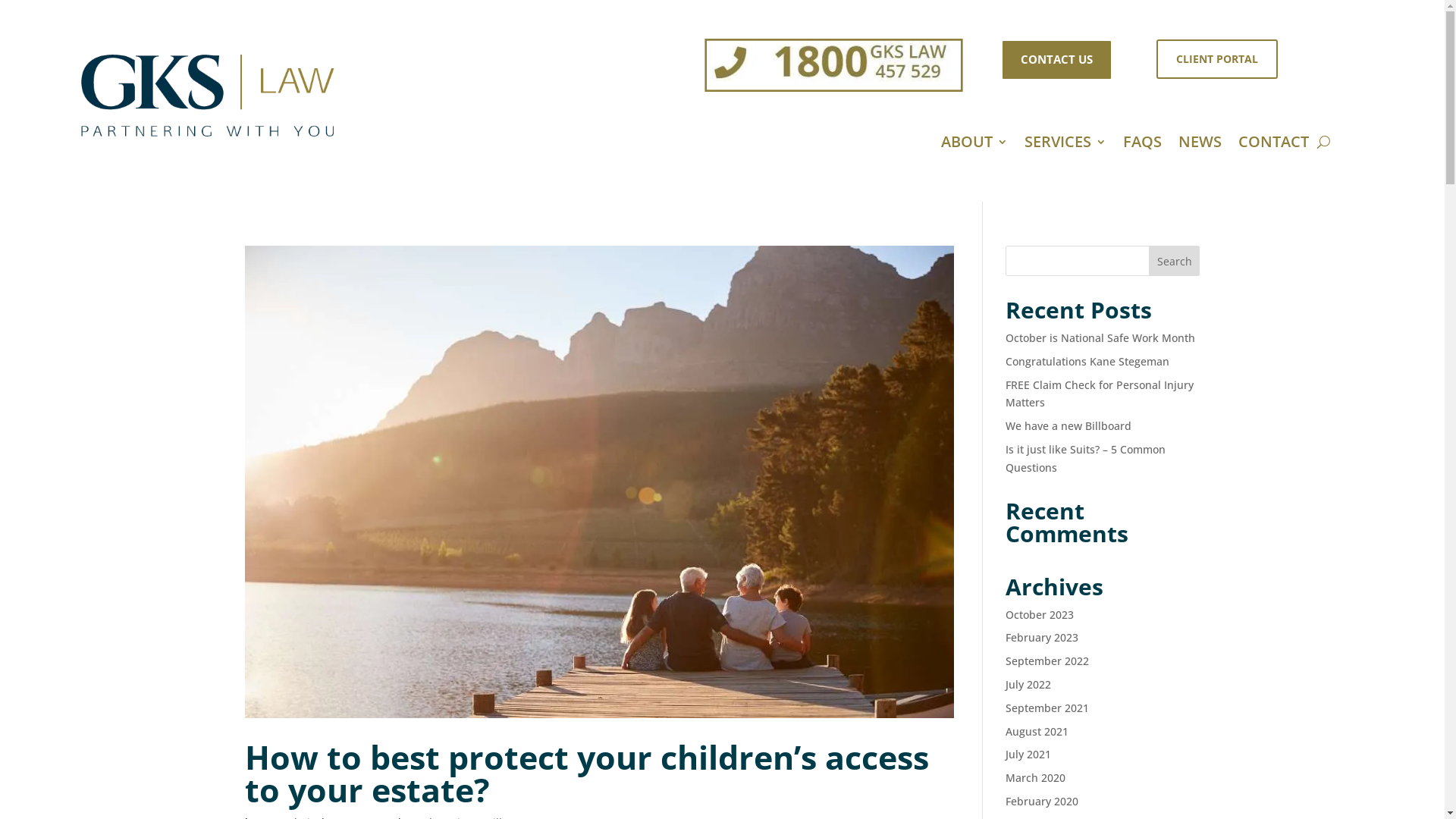 Image resolution: width=1456 pixels, height=819 pixels. What do you see at coordinates (1056, 58) in the screenshot?
I see `'CONTACT US'` at bounding box center [1056, 58].